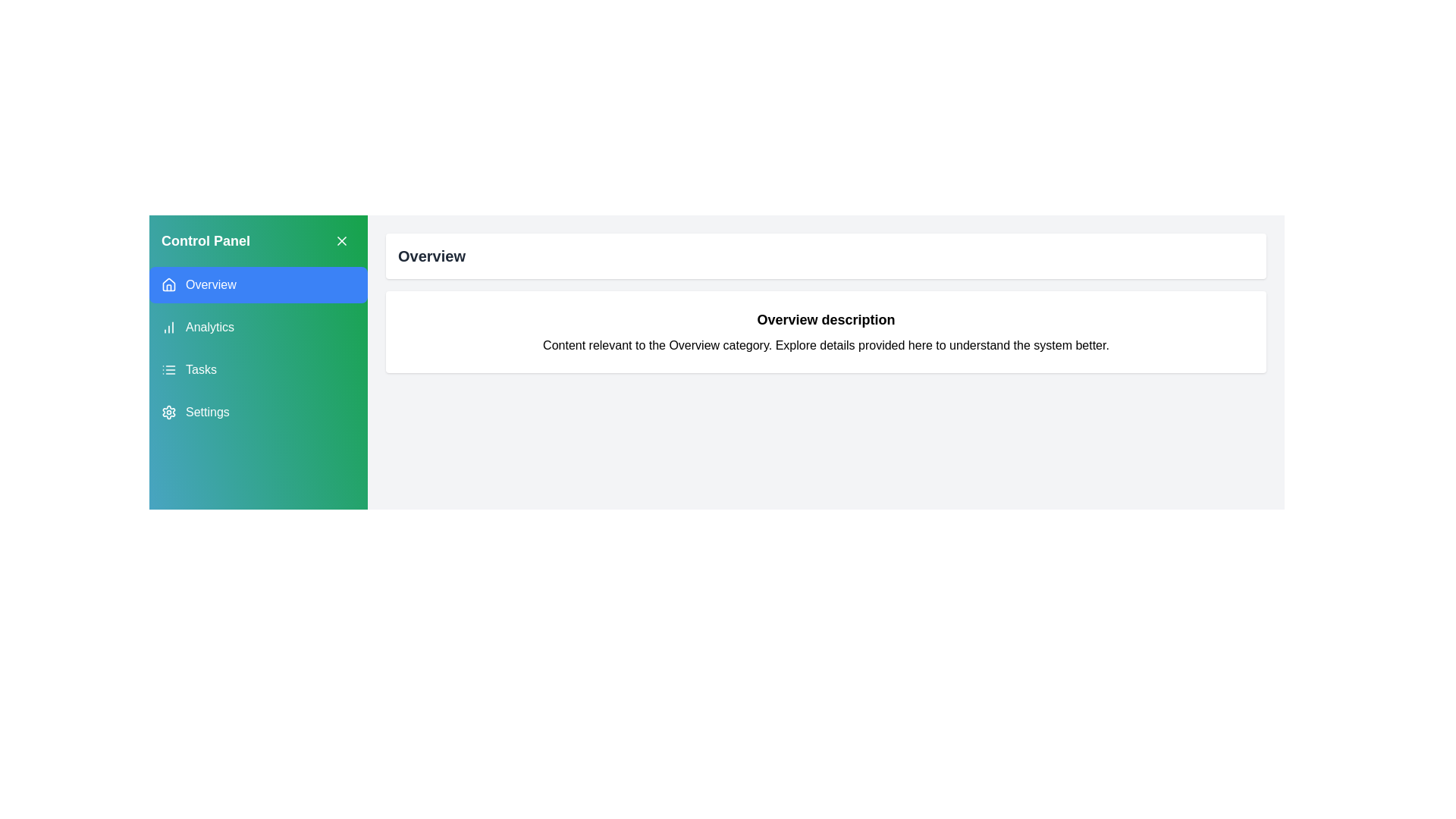  Describe the element at coordinates (825, 345) in the screenshot. I see `the text in the content area to select a word` at that location.